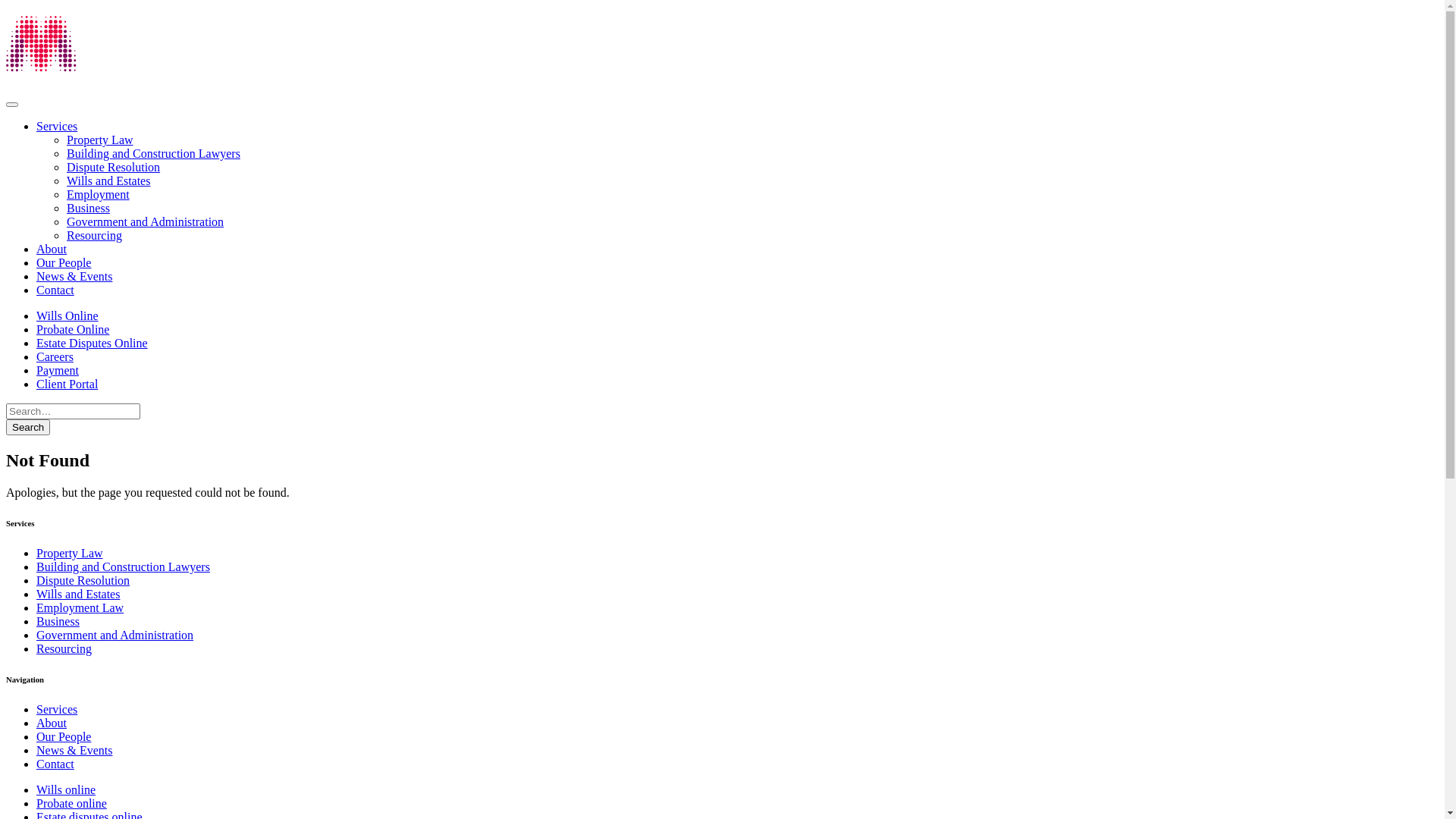 This screenshot has width=1456, height=819. What do you see at coordinates (73, 276) in the screenshot?
I see `'News & Events'` at bounding box center [73, 276].